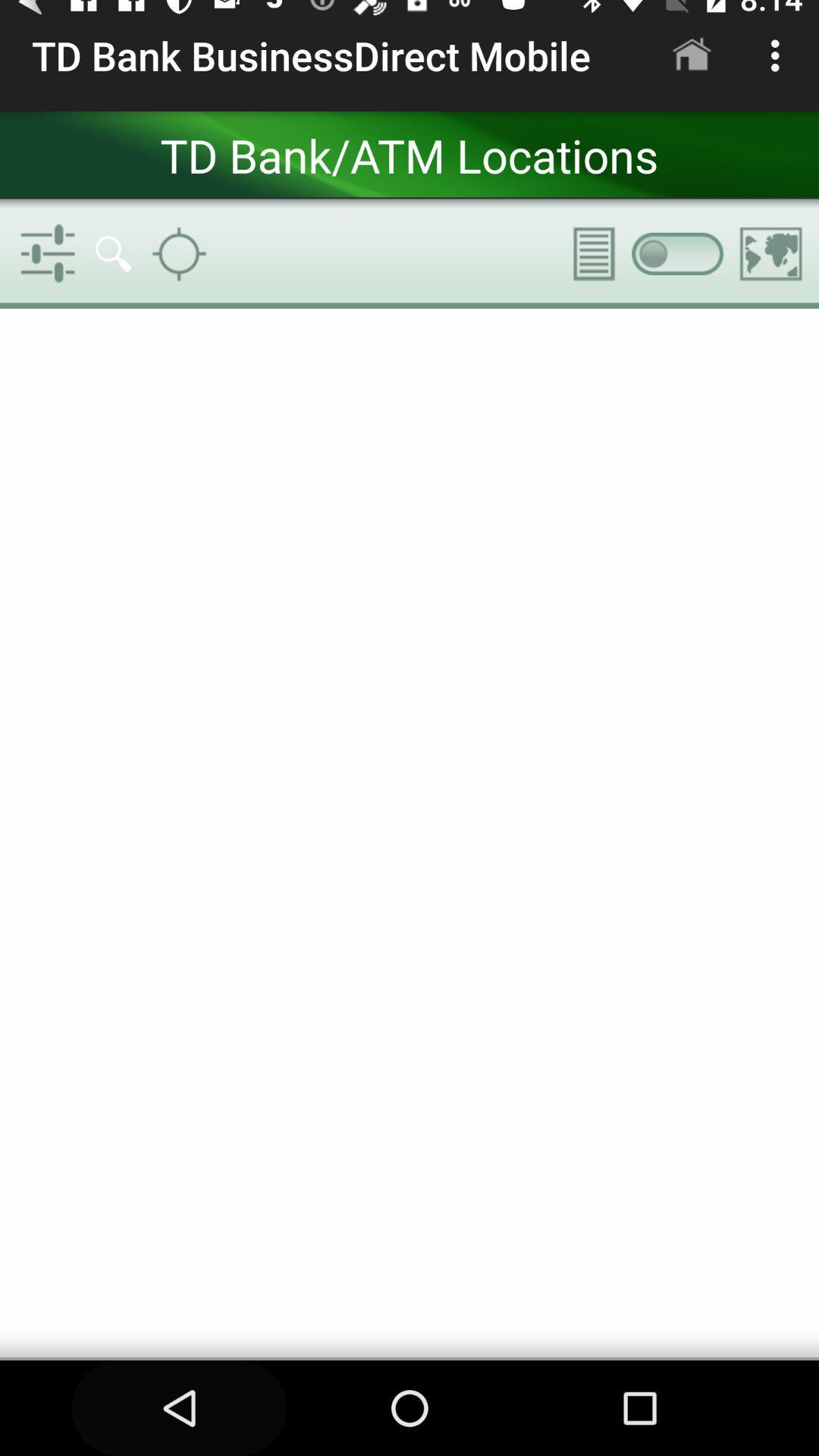  What do you see at coordinates (691, 55) in the screenshot?
I see `app next to td bank businessdirect item` at bounding box center [691, 55].